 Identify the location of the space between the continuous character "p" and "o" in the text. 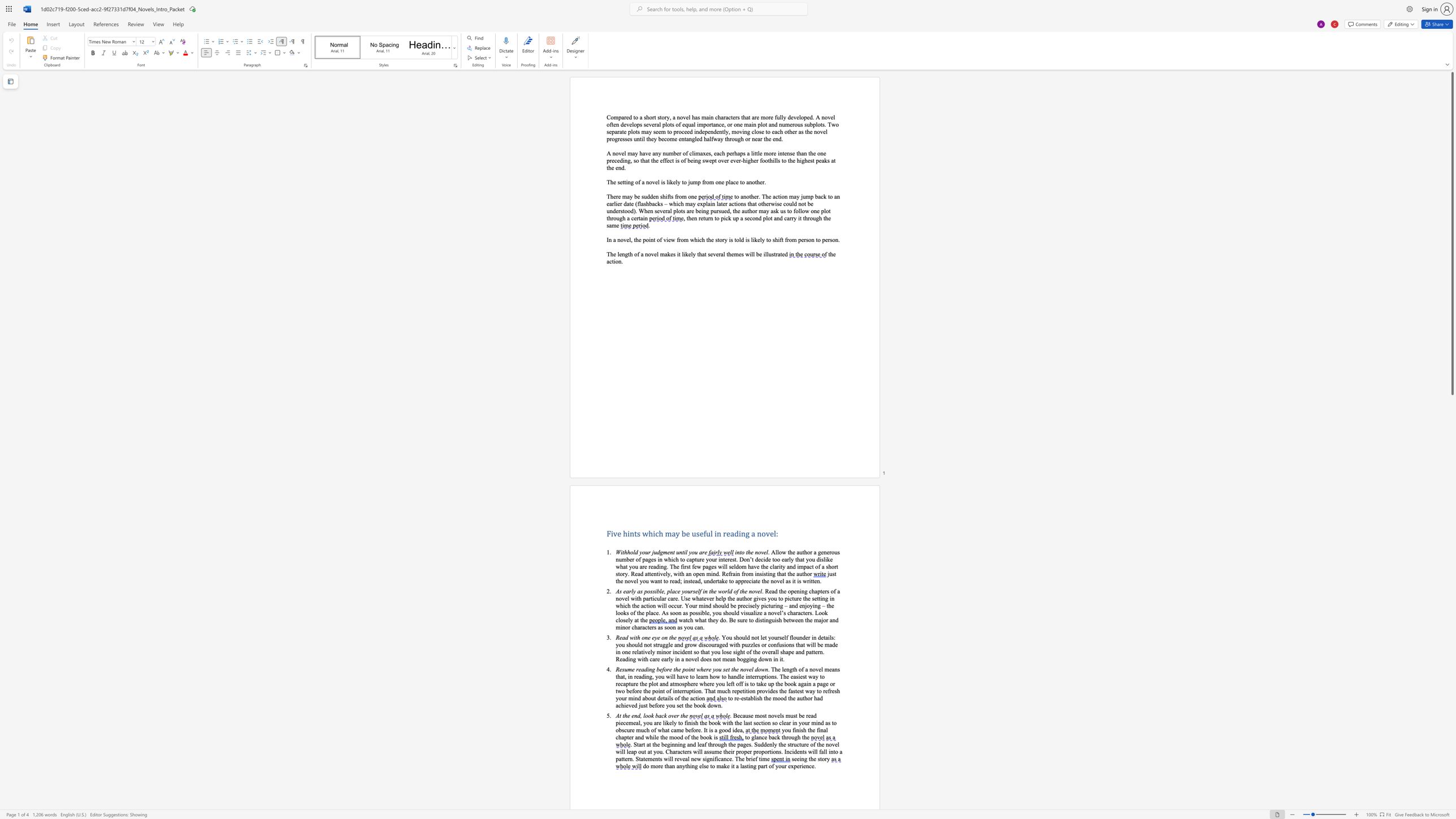
(645, 239).